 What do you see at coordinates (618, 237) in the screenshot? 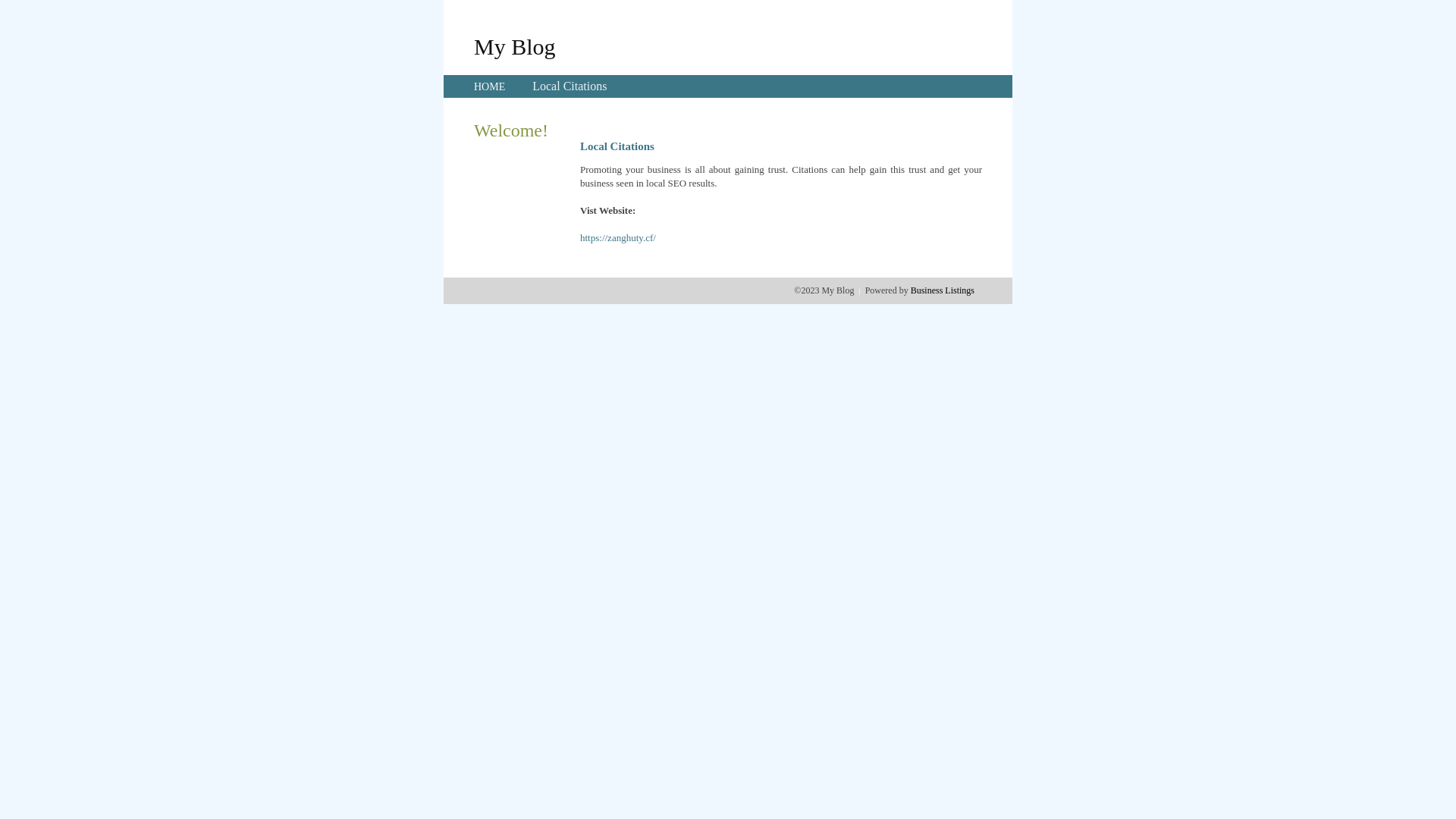
I see `'https://zanghuty.cf/'` at bounding box center [618, 237].